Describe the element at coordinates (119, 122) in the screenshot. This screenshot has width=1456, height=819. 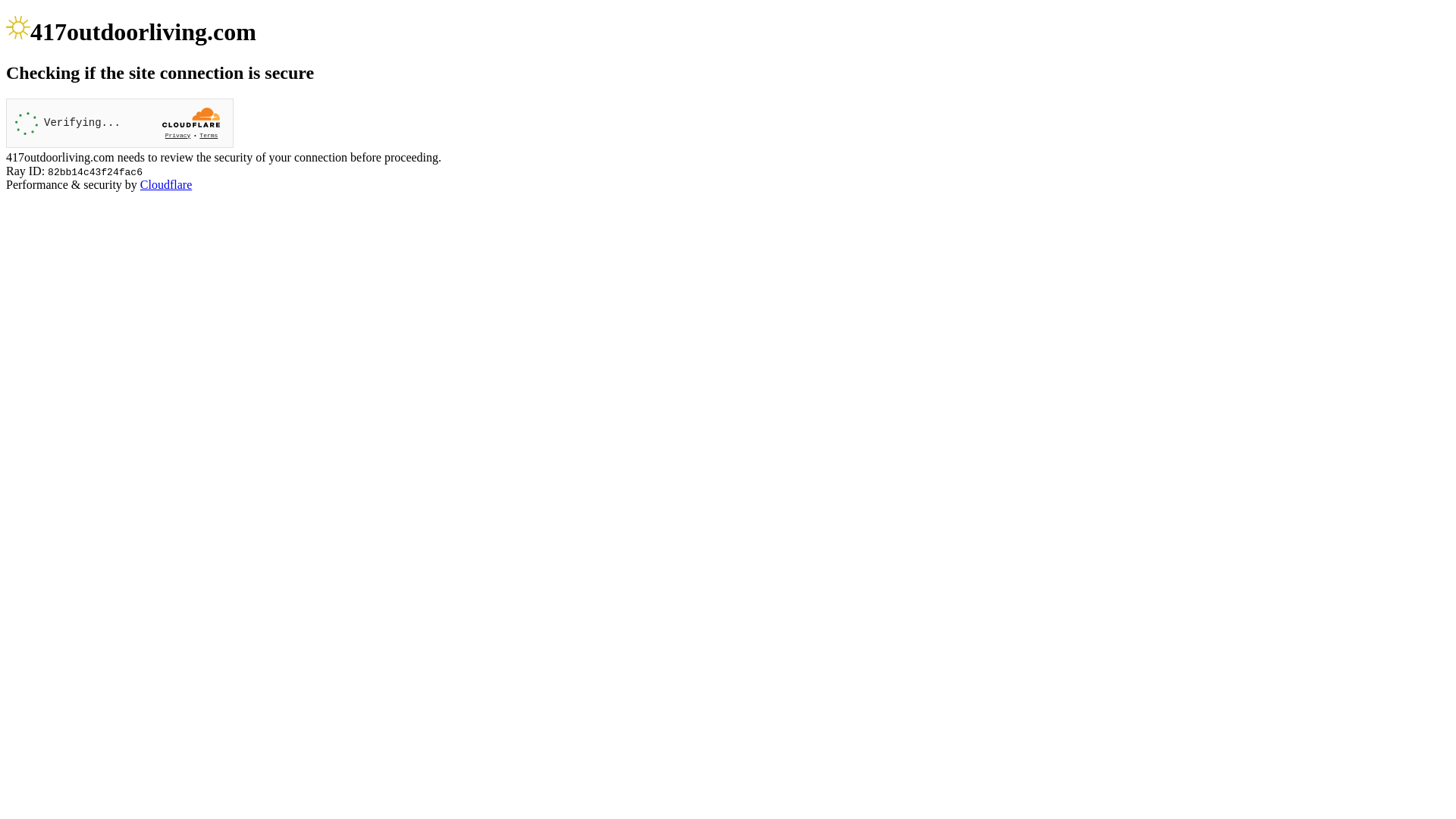
I see `'Widget containing a Cloudflare security challenge'` at that location.